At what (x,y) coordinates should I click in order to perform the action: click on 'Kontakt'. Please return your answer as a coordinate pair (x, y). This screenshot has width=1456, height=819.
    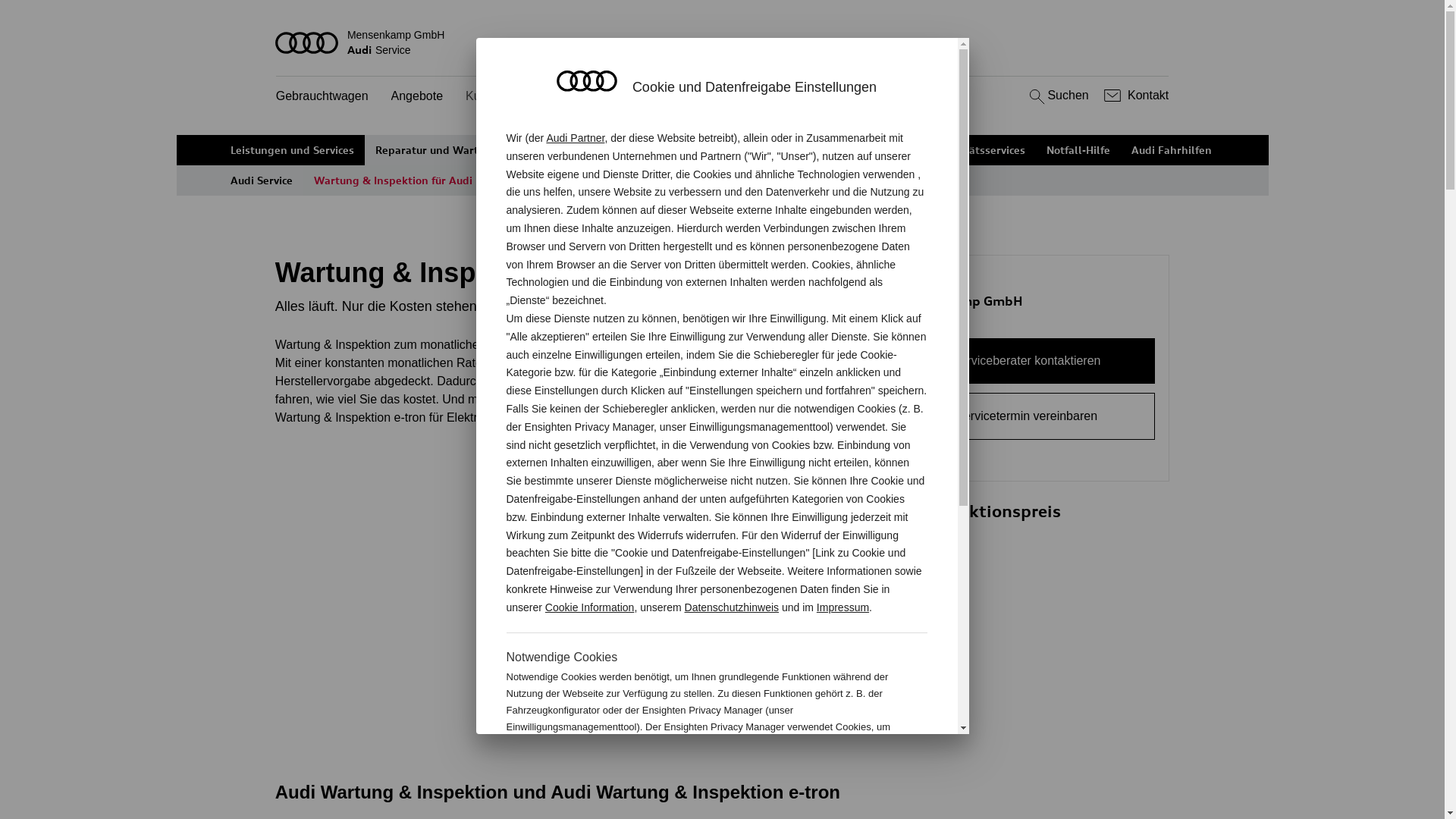
    Looking at the image, I should click on (1134, 96).